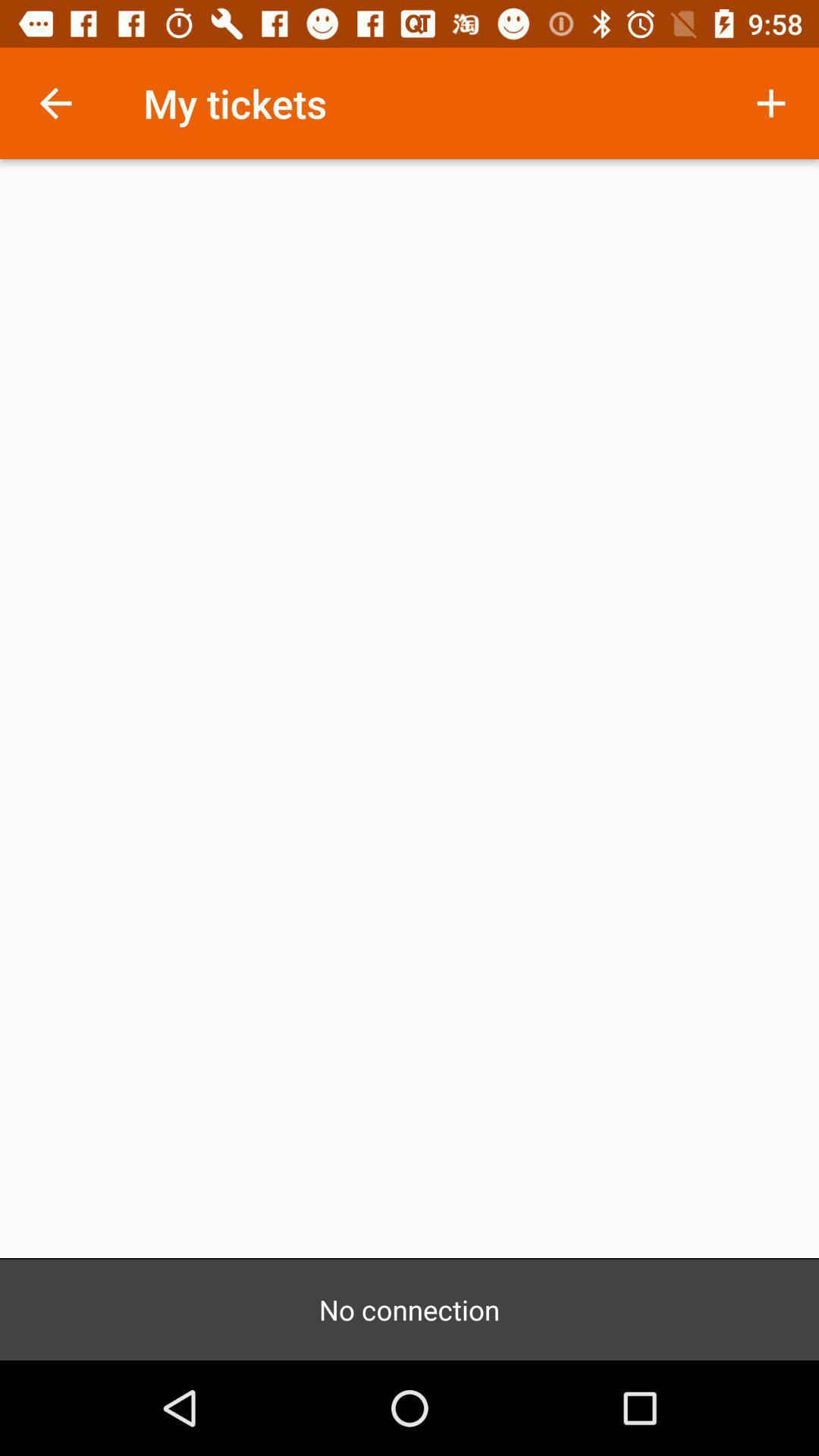  What do you see at coordinates (771, 102) in the screenshot?
I see `icon next to the my tickets` at bounding box center [771, 102].